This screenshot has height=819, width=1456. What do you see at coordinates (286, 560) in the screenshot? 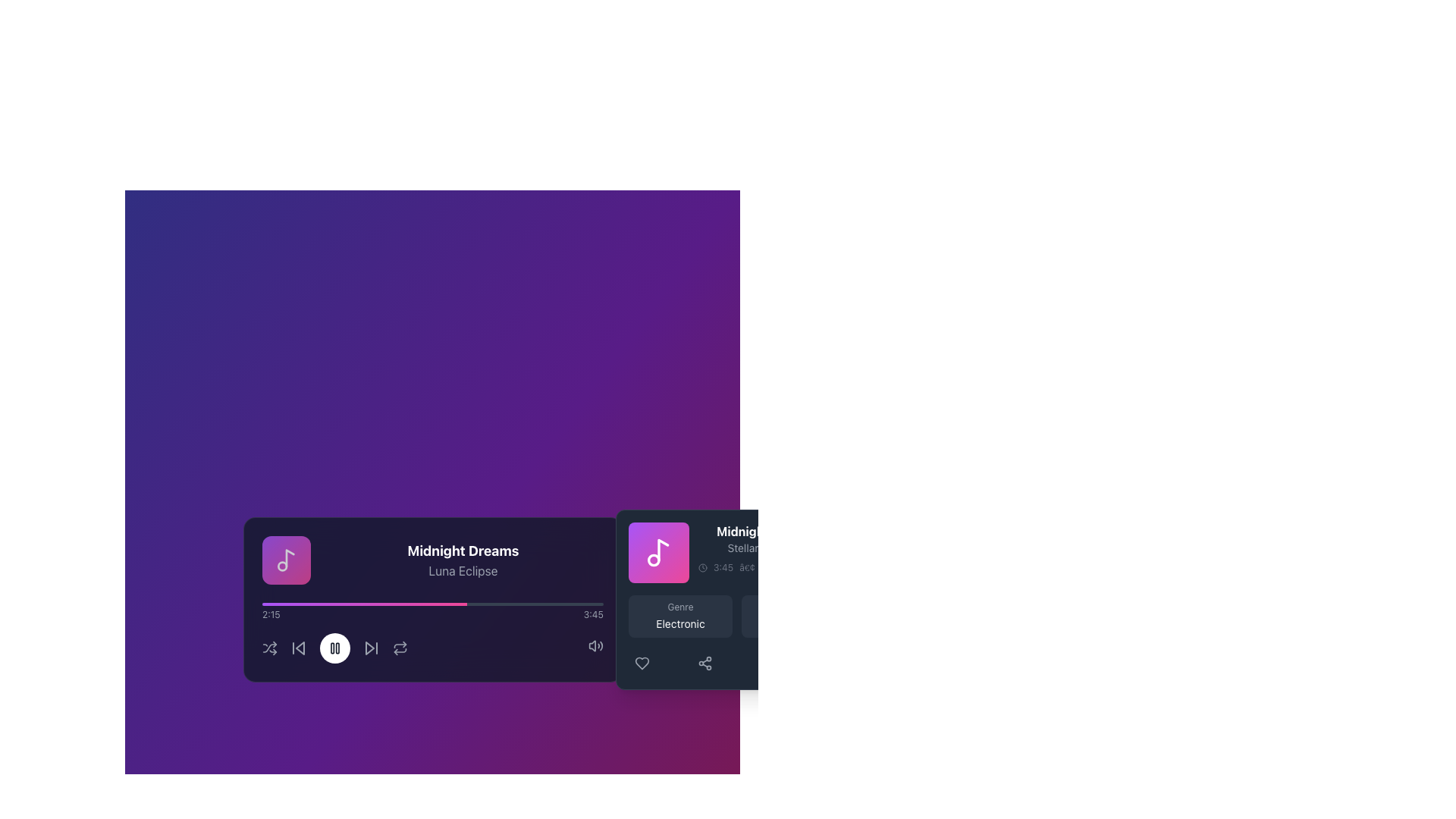
I see `the visual icon representing the music track, located at the far-left side of the music player interface, near the top-left, to identify the track` at bounding box center [286, 560].